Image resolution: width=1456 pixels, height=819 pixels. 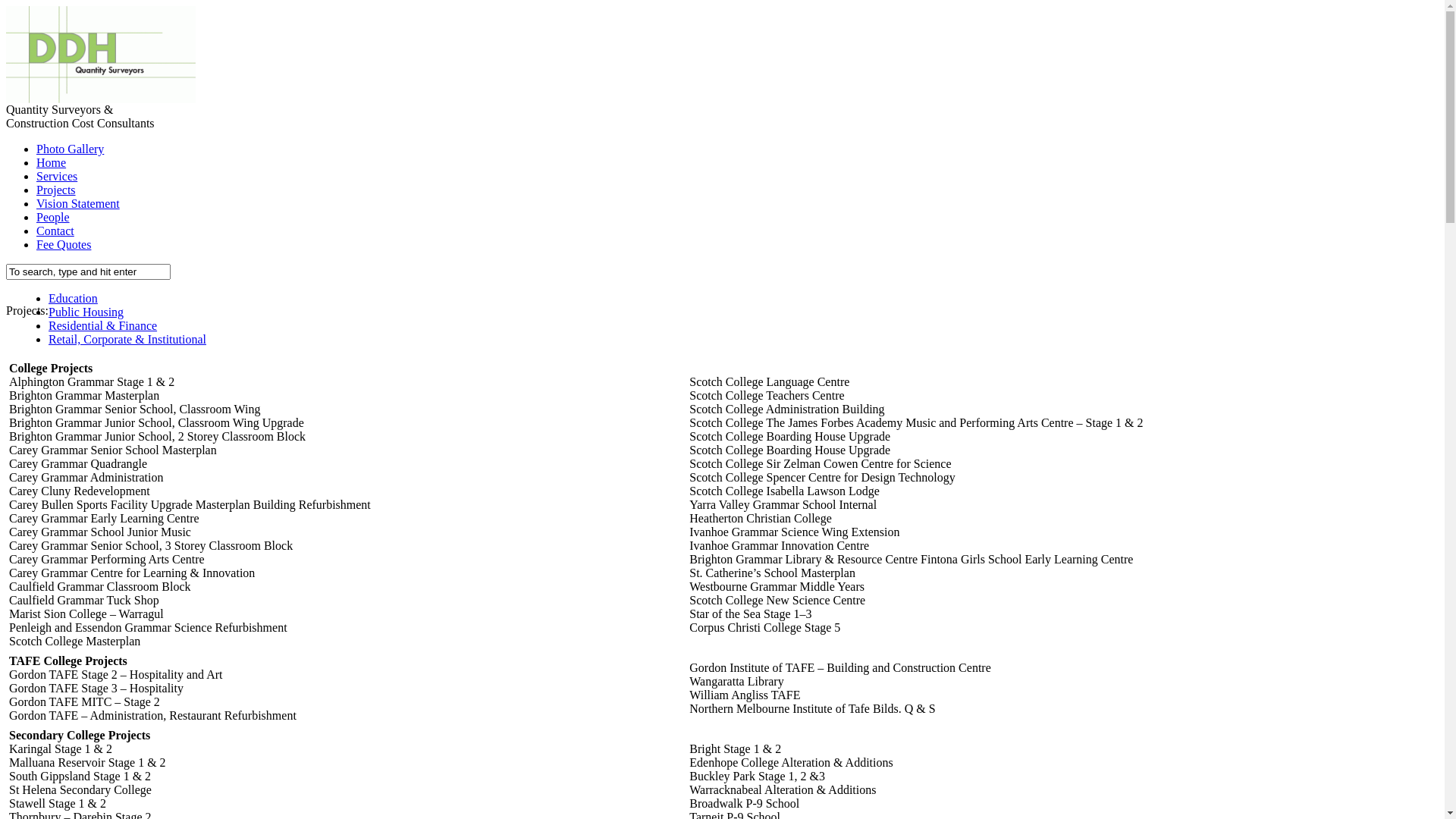 What do you see at coordinates (55, 189) in the screenshot?
I see `'Projects'` at bounding box center [55, 189].